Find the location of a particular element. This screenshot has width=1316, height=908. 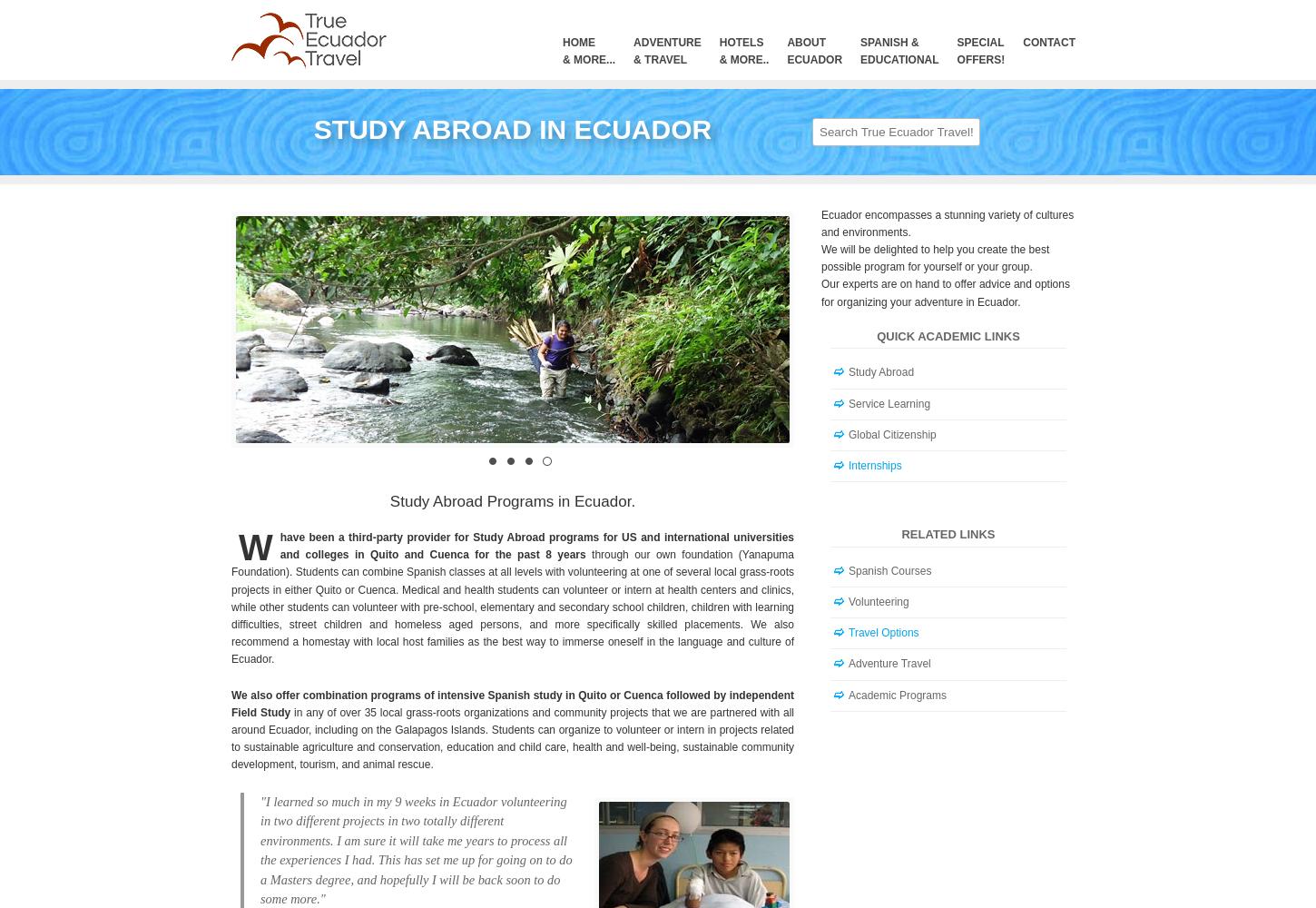

'Study Abroad' is located at coordinates (847, 372).